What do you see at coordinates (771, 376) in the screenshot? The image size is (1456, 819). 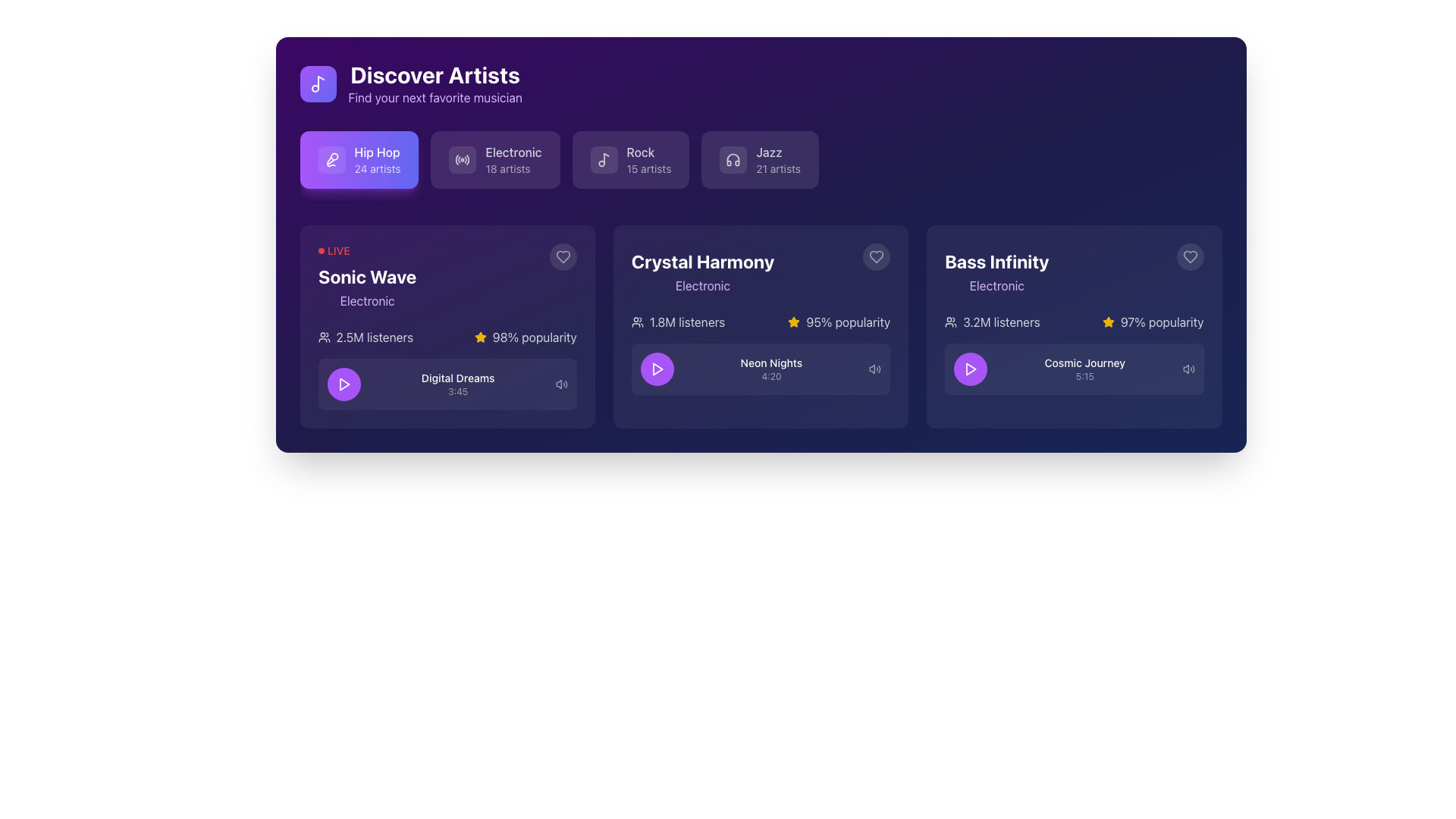 I see `the Label/Text Display that shows the duration related to 'Neon Nights', positioned directly below the text 'Neon Nights' in the middle card under the 'Crystal Harmony' section` at bounding box center [771, 376].